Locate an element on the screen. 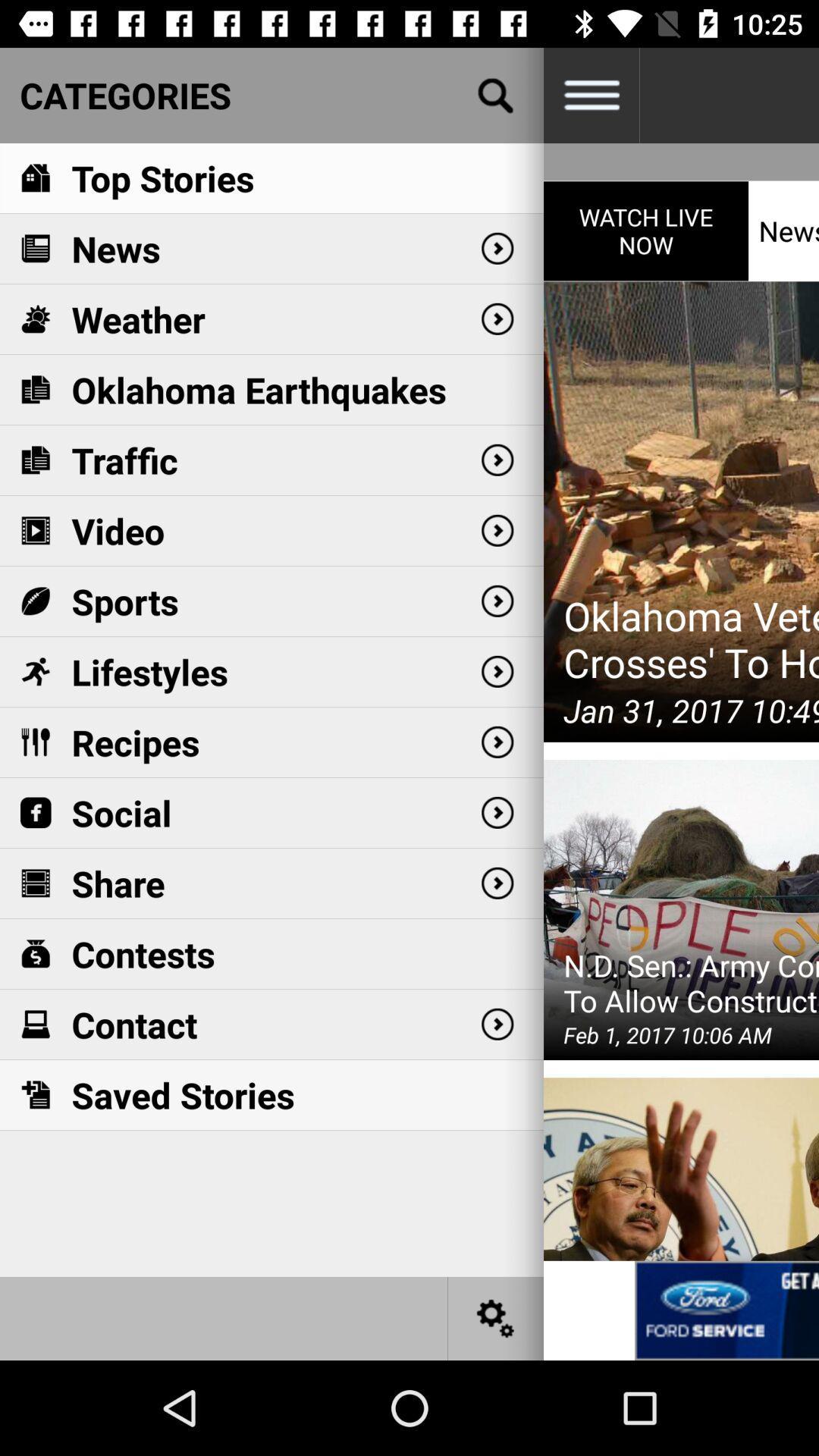  open advertisement is located at coordinates (726, 1310).